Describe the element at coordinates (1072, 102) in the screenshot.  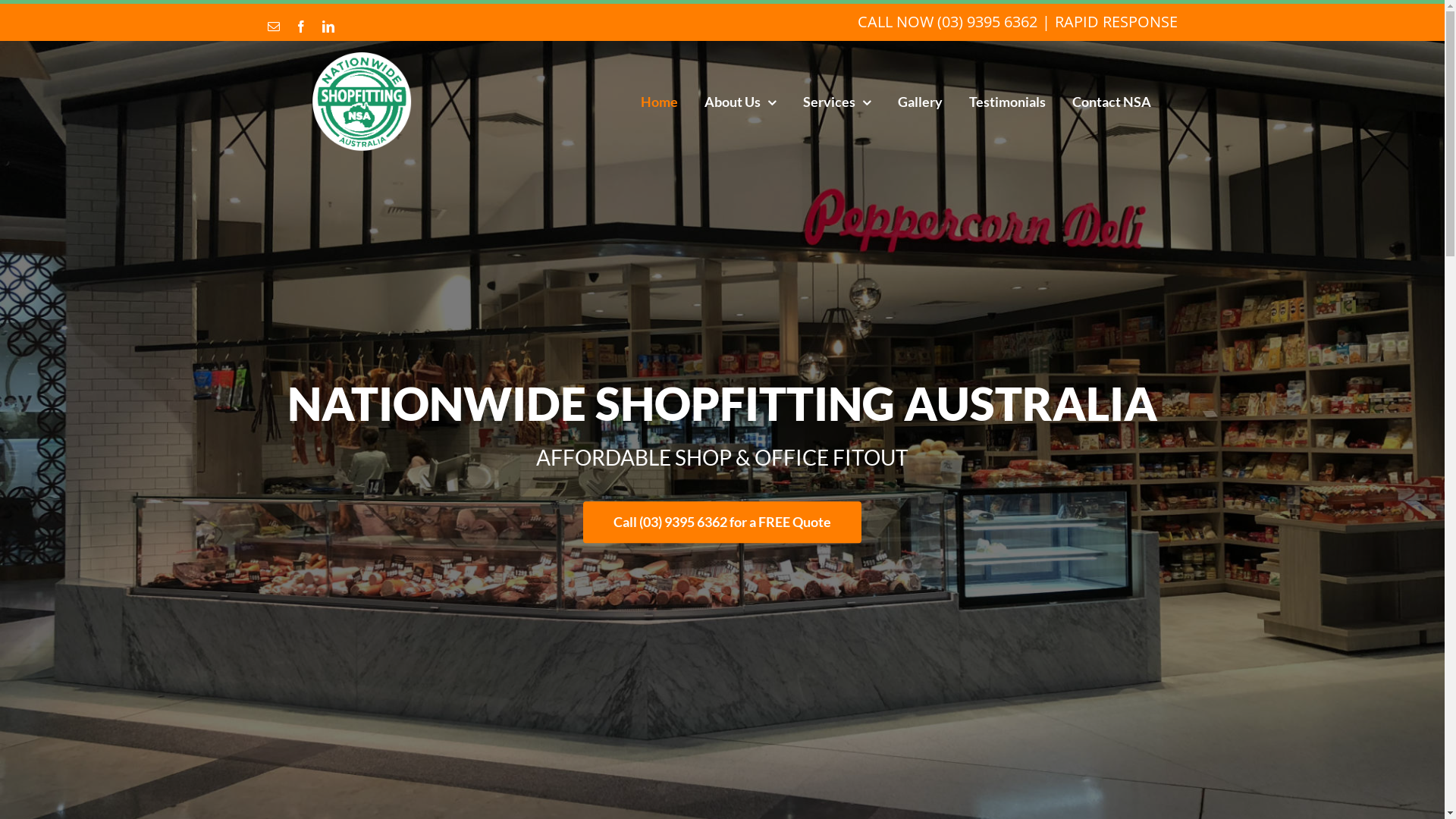
I see `'Contact NSA'` at that location.